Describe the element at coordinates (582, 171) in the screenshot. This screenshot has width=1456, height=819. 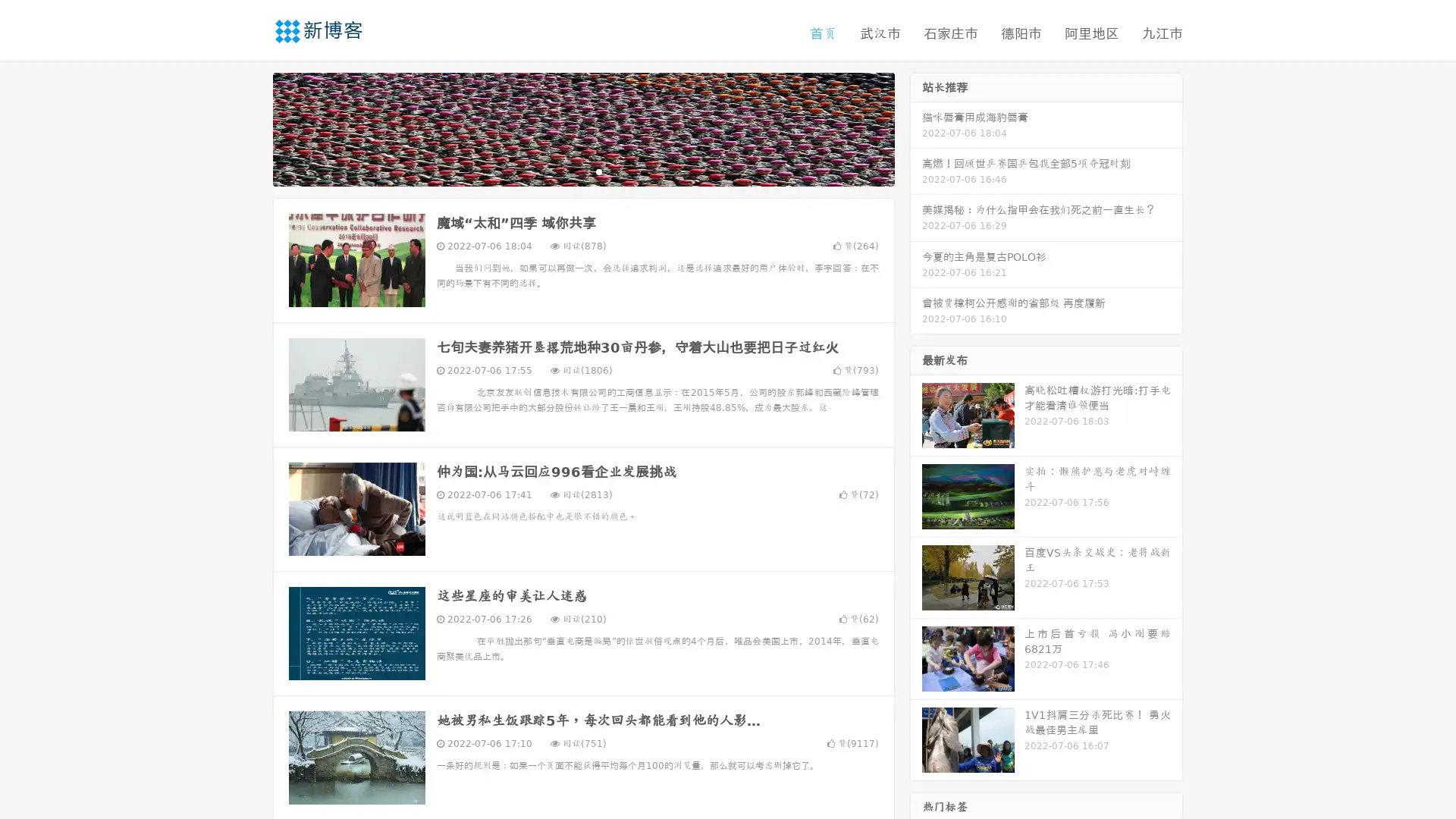
I see `Go to slide 2` at that location.